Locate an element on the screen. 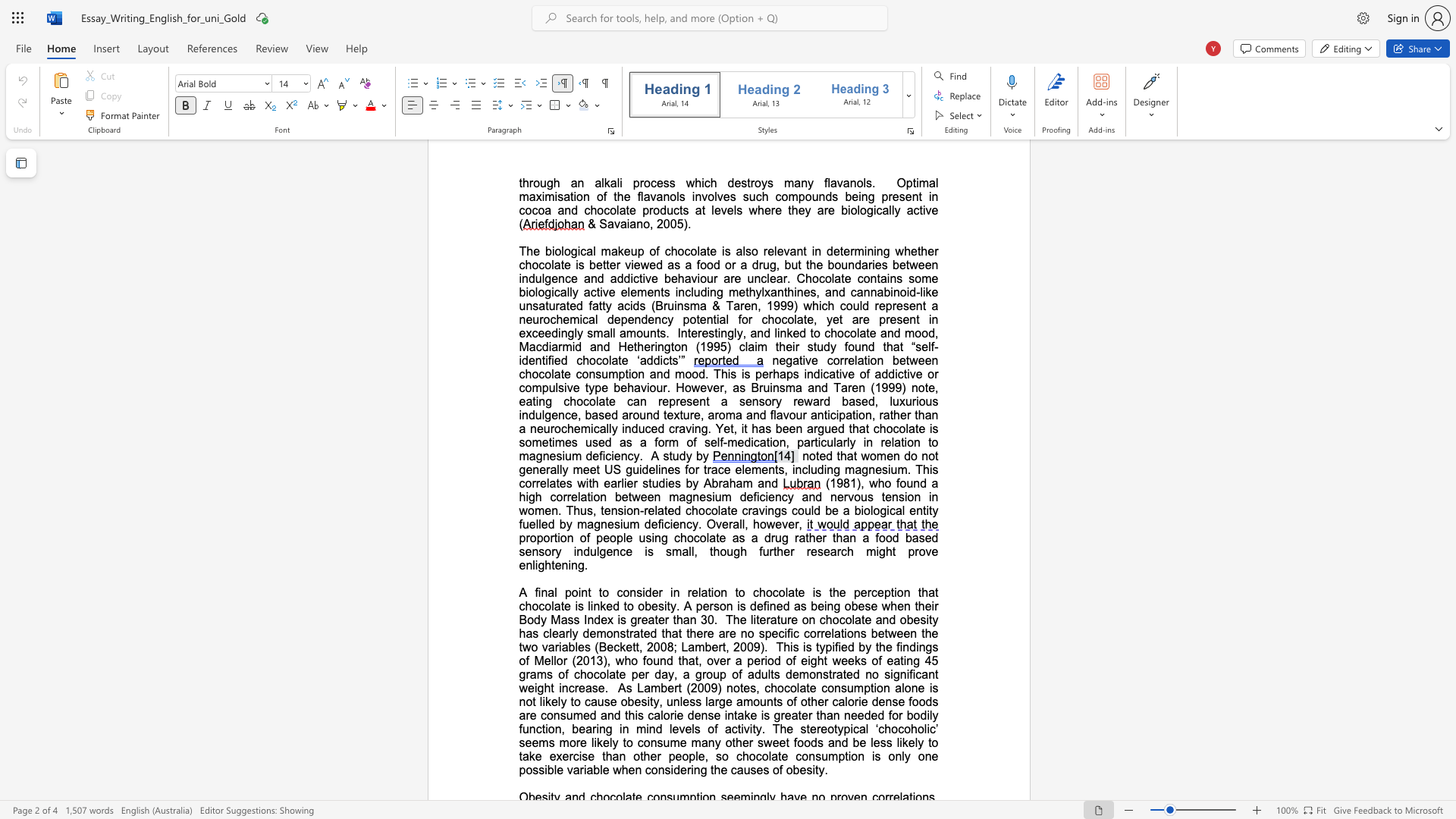 The width and height of the screenshot is (1456, 819). the subset text "ate" within the text "demonstrated" is located at coordinates (633, 633).